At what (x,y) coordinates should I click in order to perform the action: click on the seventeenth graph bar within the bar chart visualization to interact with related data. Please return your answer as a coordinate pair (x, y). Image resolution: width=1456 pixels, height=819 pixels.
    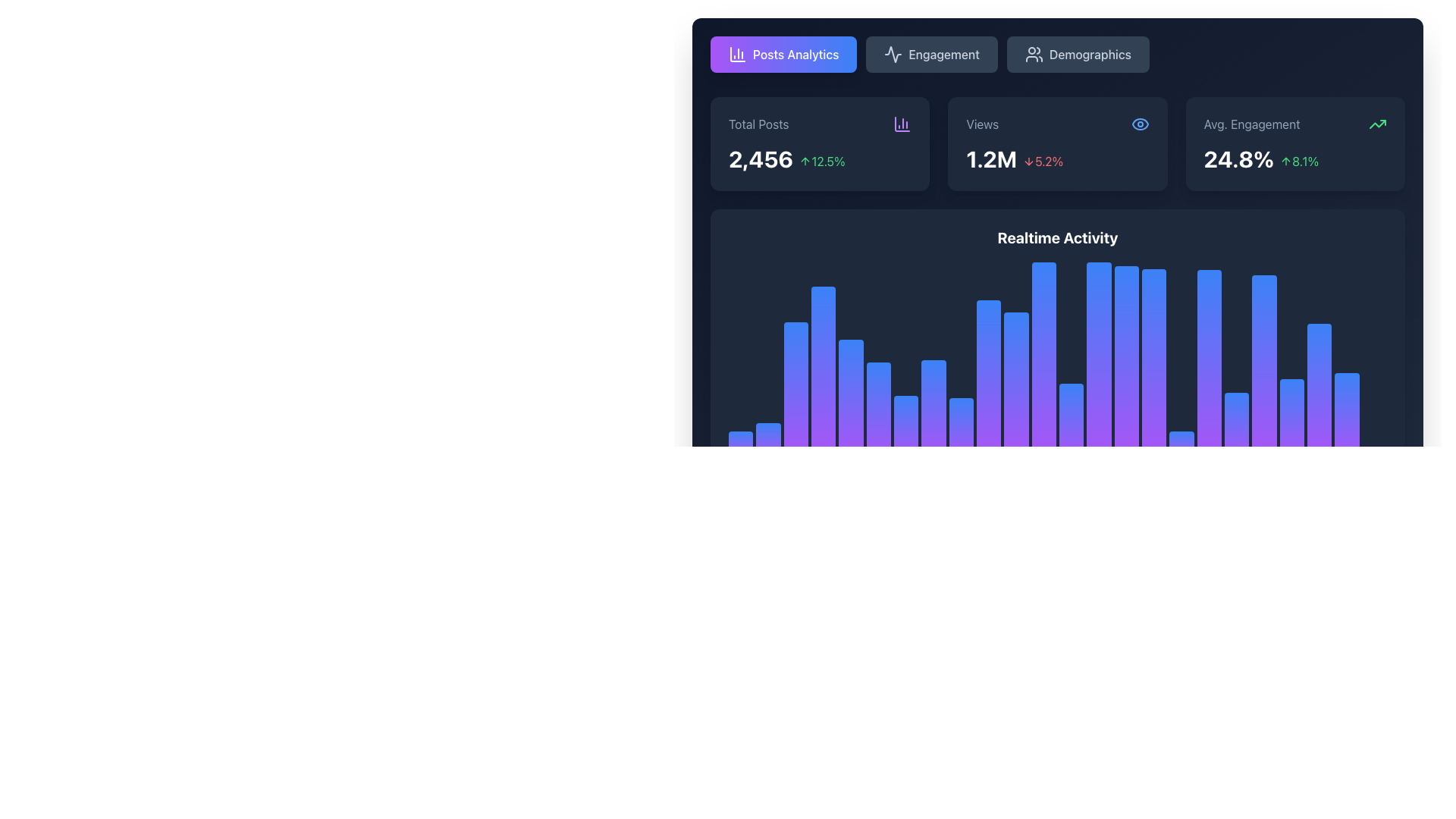
    Looking at the image, I should click on (1181, 406).